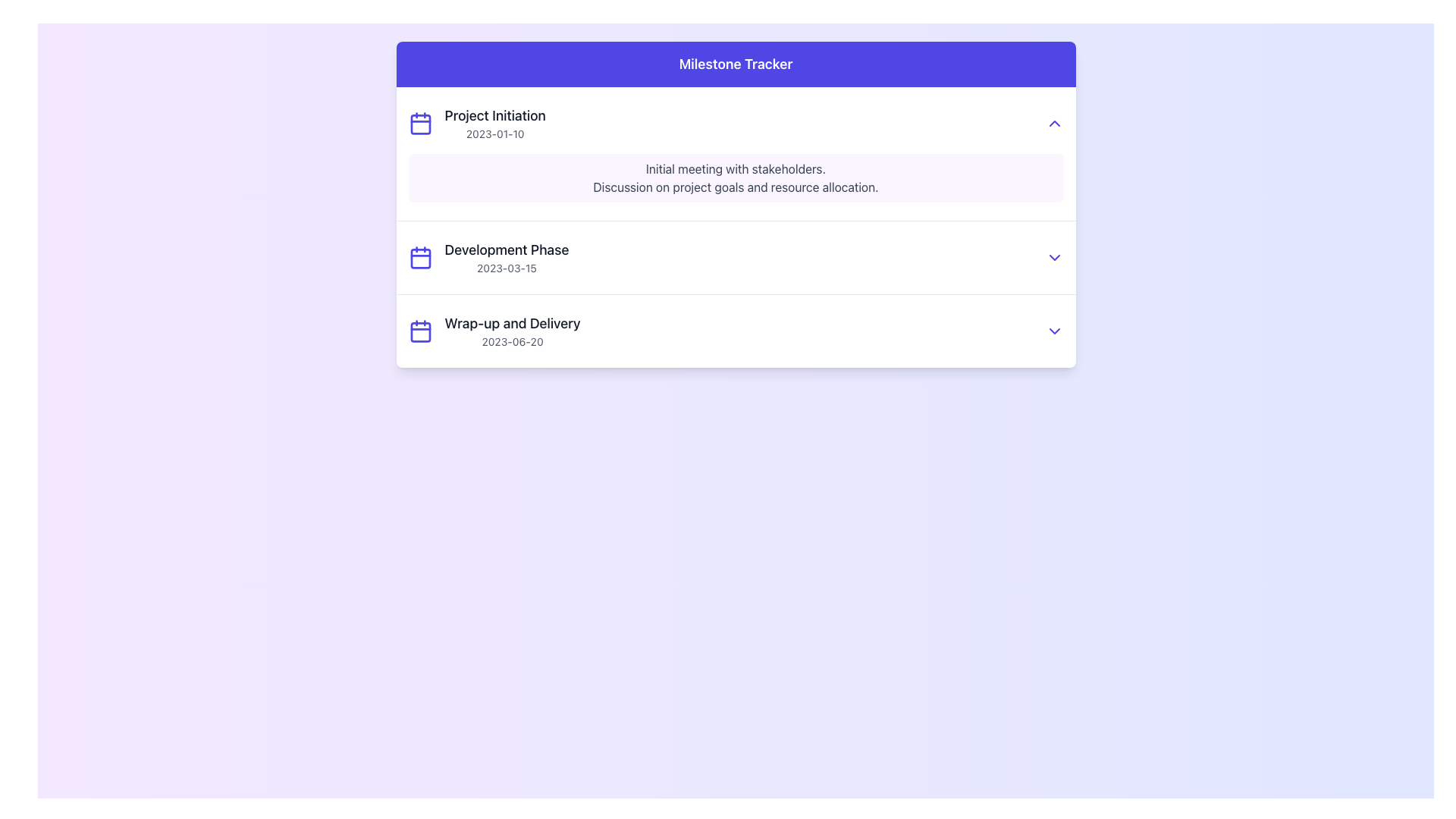 The image size is (1456, 819). Describe the element at coordinates (495, 122) in the screenshot. I see `the 'Project Initiation' text display which shows the date '2023-01-10' below it, located at the top of a vertical list in the interface` at that location.